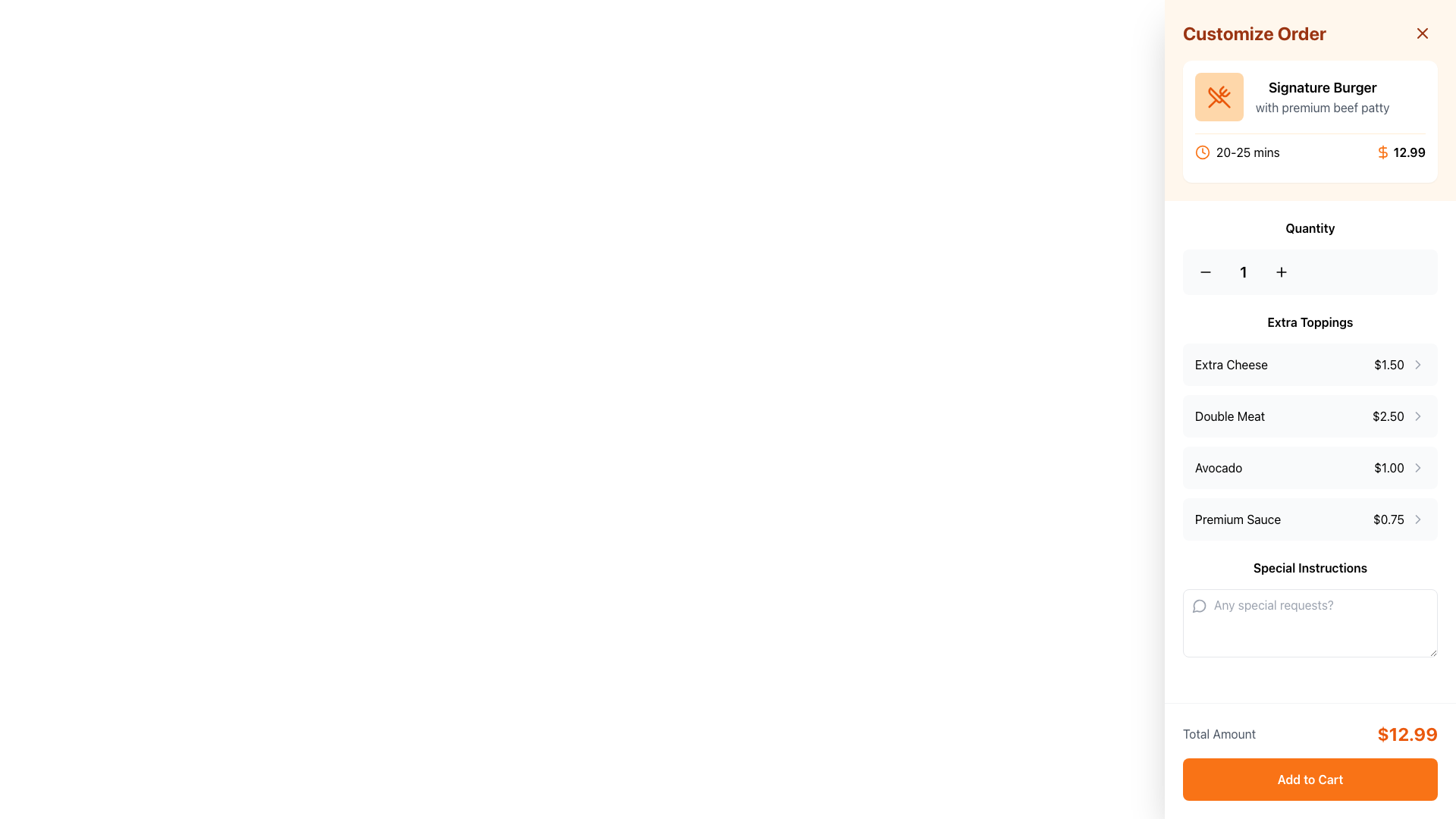 The width and height of the screenshot is (1456, 819). I want to click on the 'Premium Sauce' text label, which is the first text component in the 'Extra Toppings' list under the 'Customize Order' section, so click(1238, 519).